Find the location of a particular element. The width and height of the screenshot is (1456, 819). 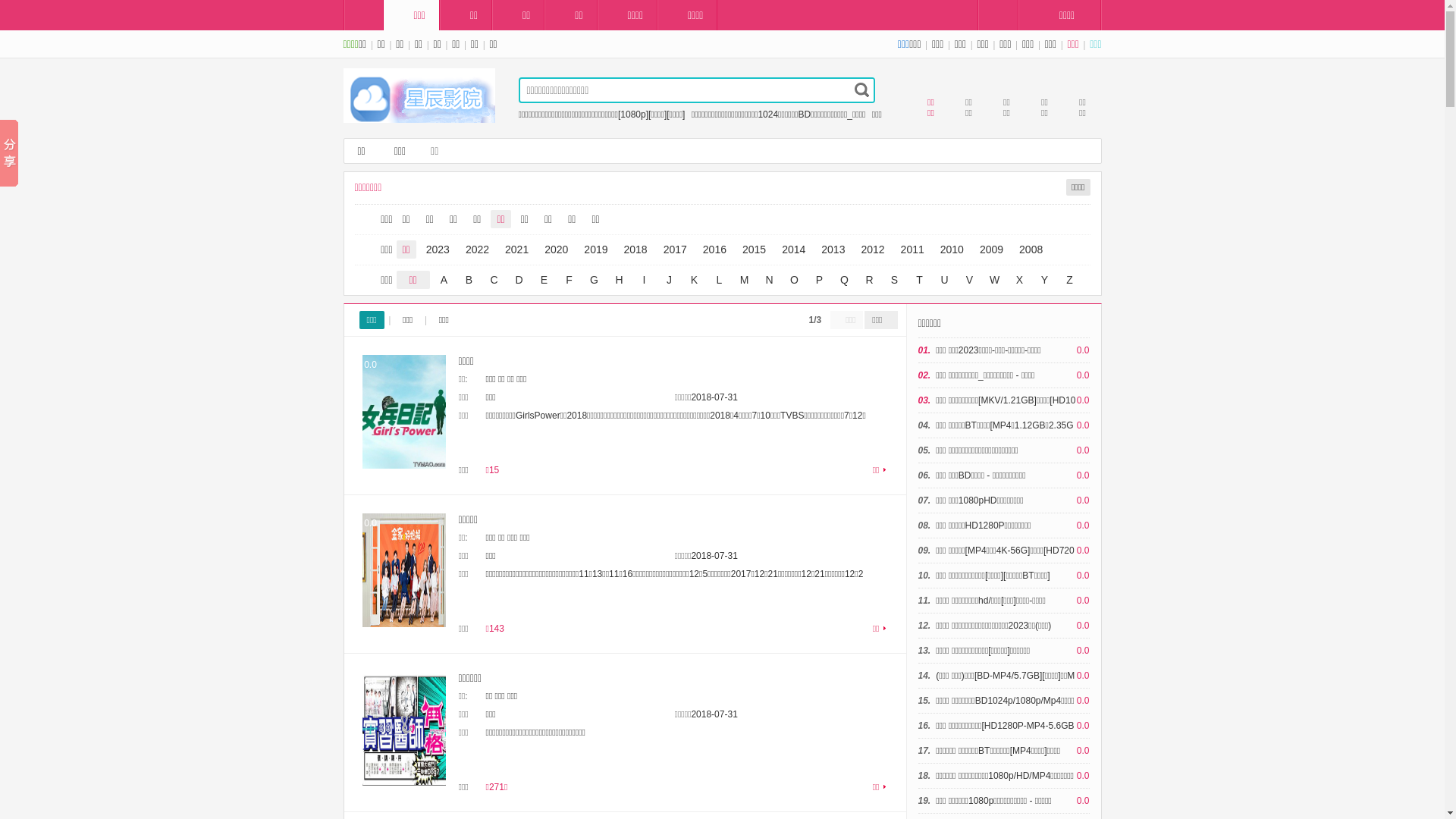

'A' is located at coordinates (443, 280).